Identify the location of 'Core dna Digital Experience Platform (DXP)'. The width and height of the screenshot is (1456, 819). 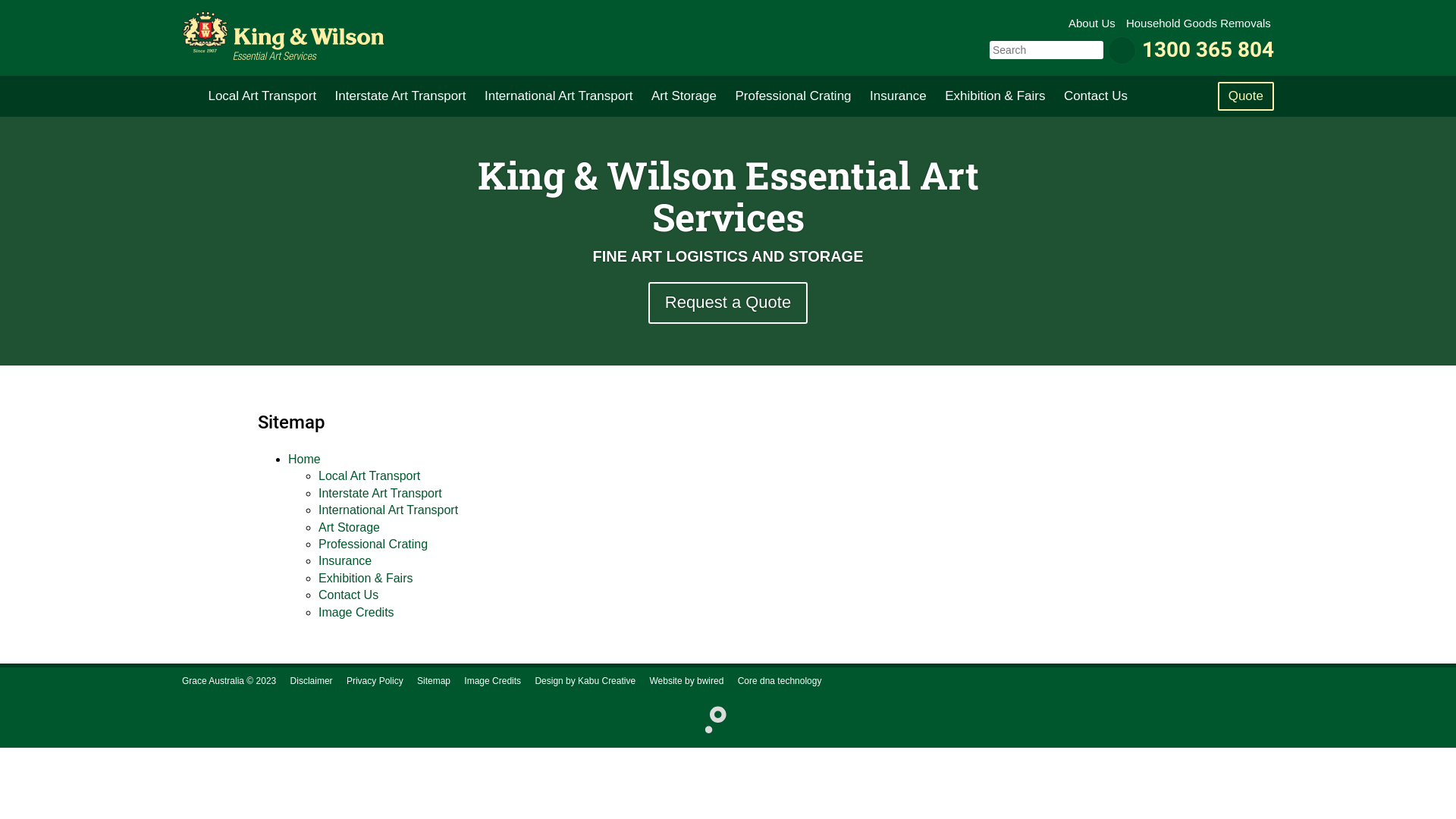
(708, 717).